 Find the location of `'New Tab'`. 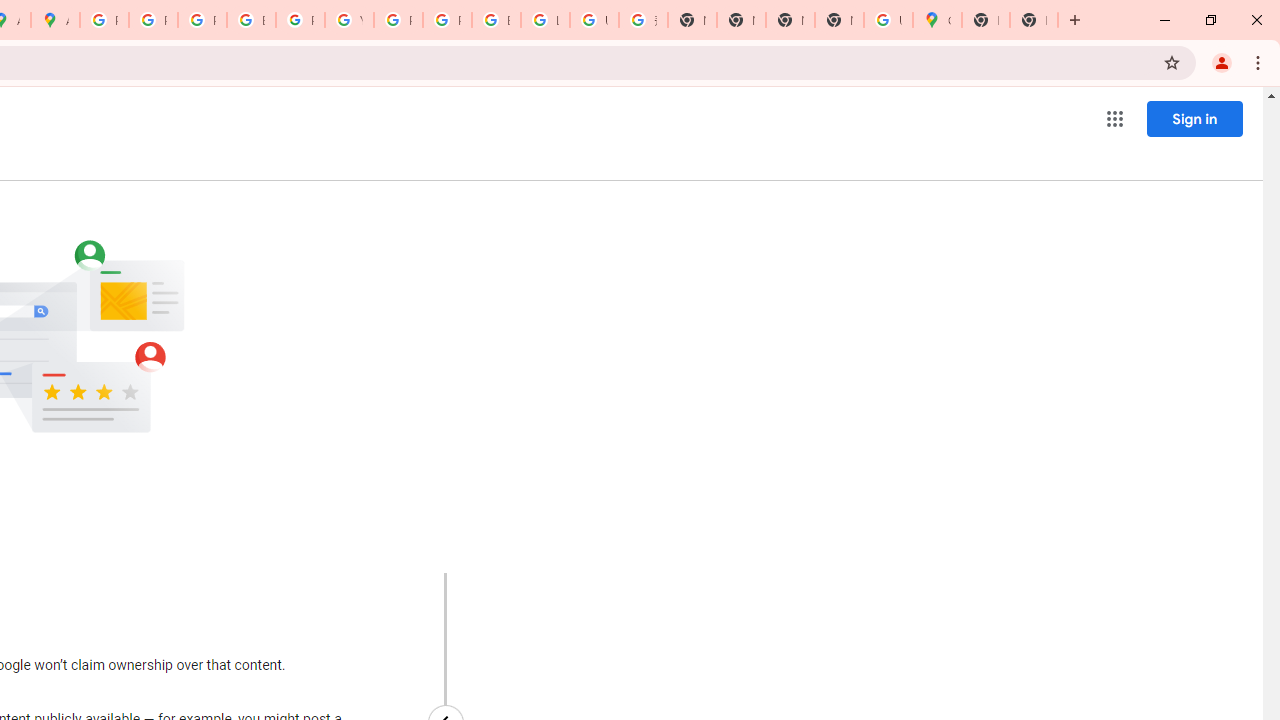

'New Tab' is located at coordinates (1034, 20).